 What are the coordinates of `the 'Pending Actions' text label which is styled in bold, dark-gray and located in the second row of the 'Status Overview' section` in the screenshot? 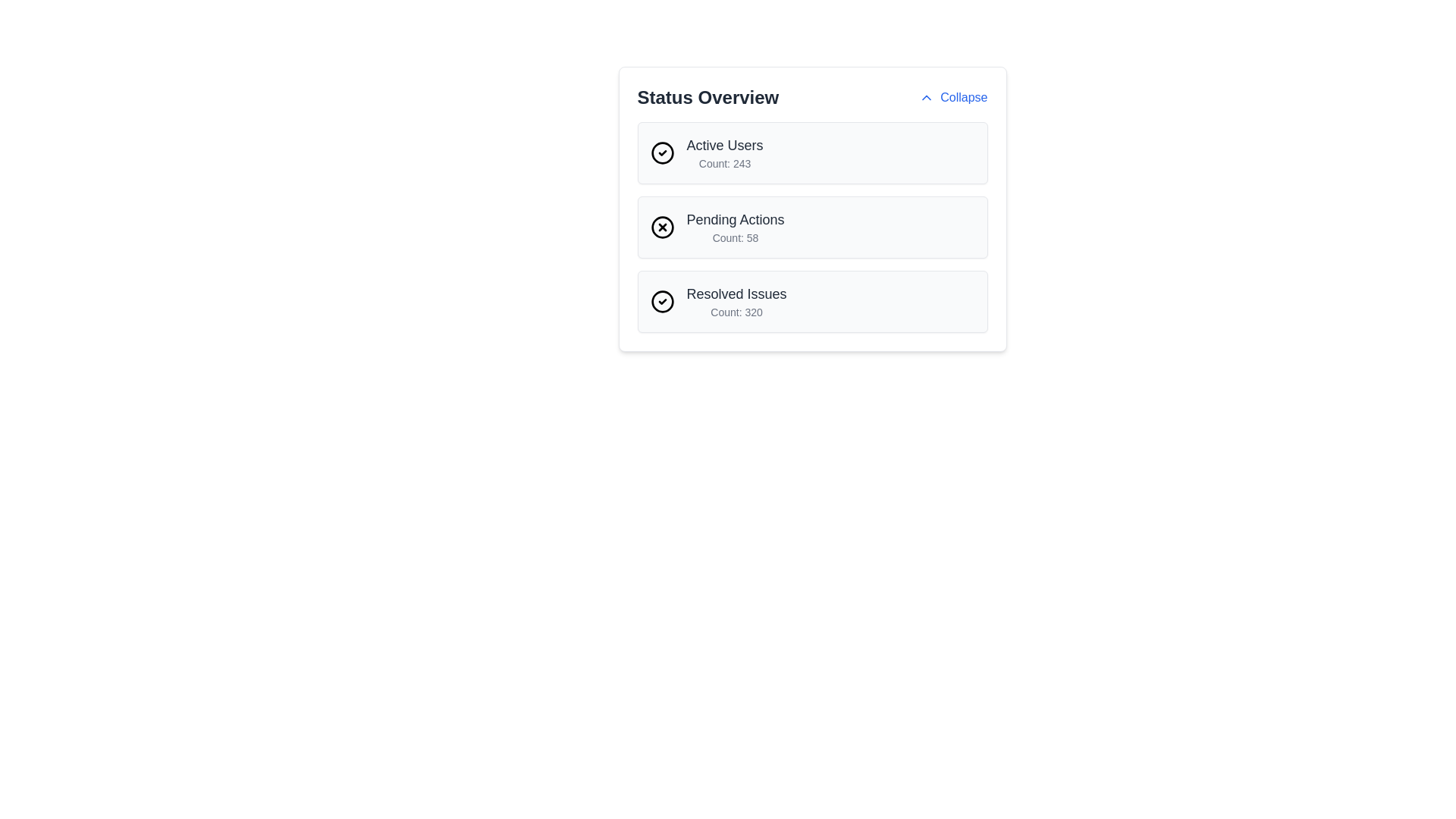 It's located at (735, 219).